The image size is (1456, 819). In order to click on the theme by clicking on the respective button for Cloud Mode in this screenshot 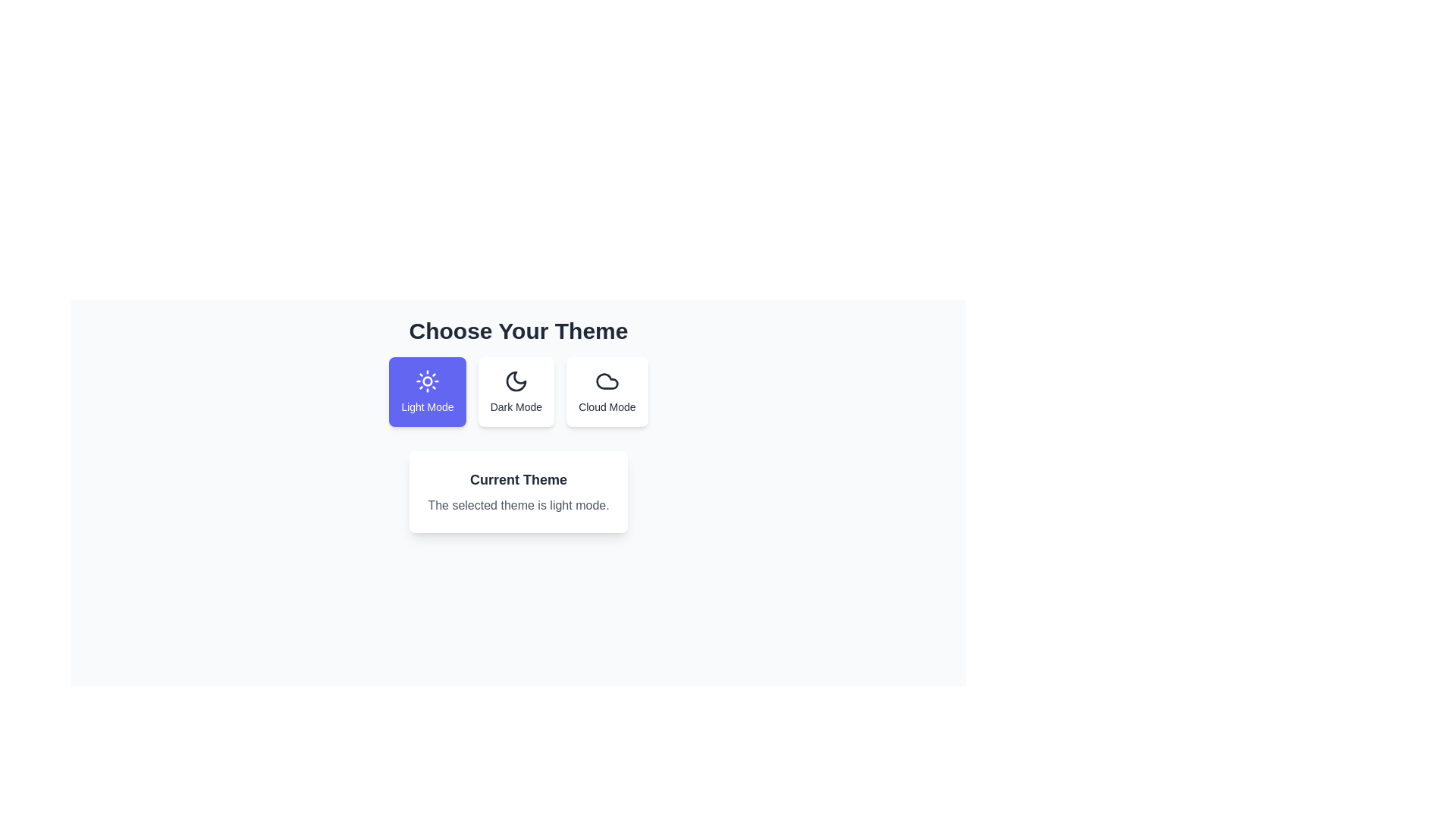, I will do `click(607, 391)`.